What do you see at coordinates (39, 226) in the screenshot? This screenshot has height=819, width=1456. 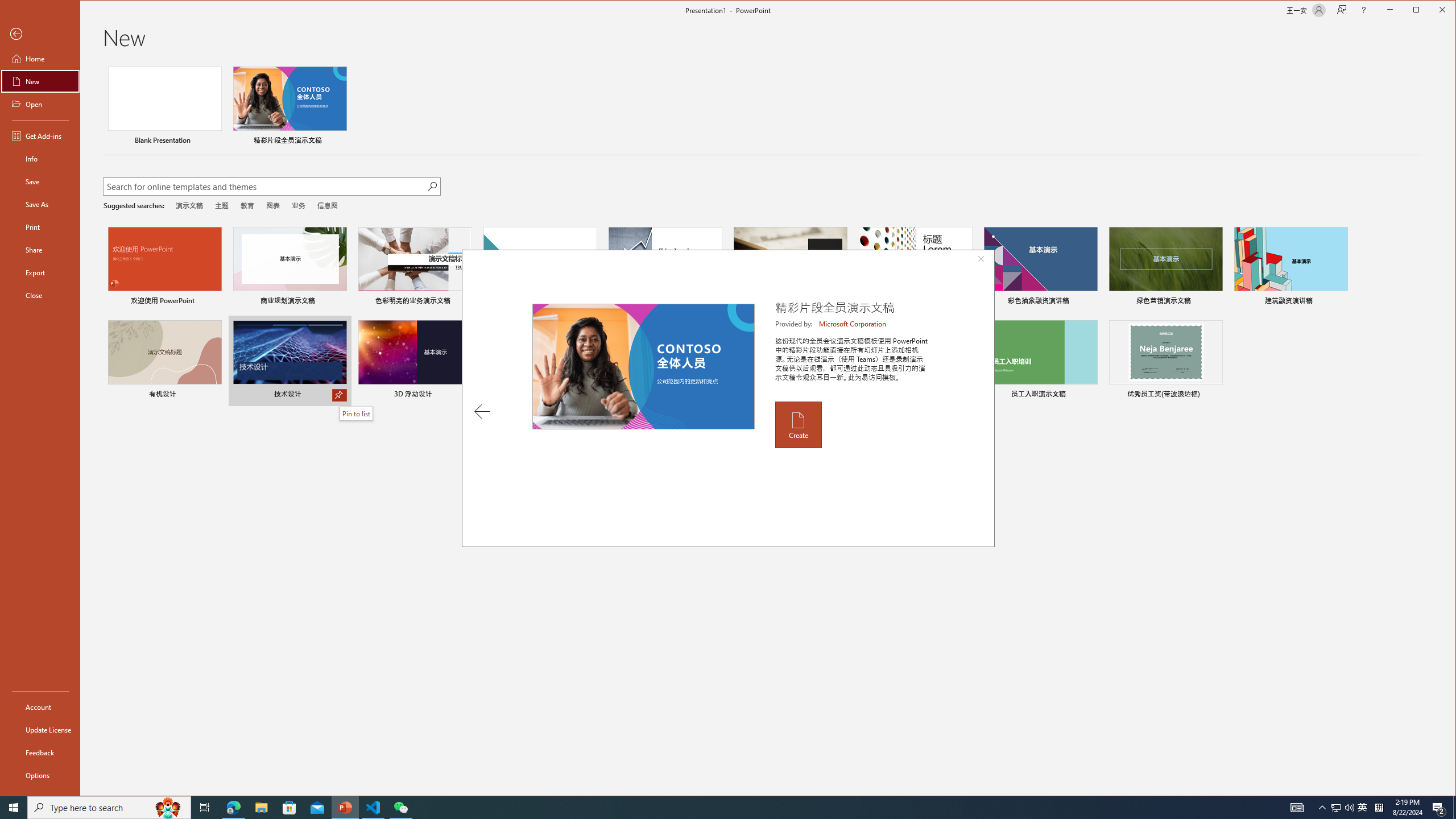 I see `'Print'` at bounding box center [39, 226].